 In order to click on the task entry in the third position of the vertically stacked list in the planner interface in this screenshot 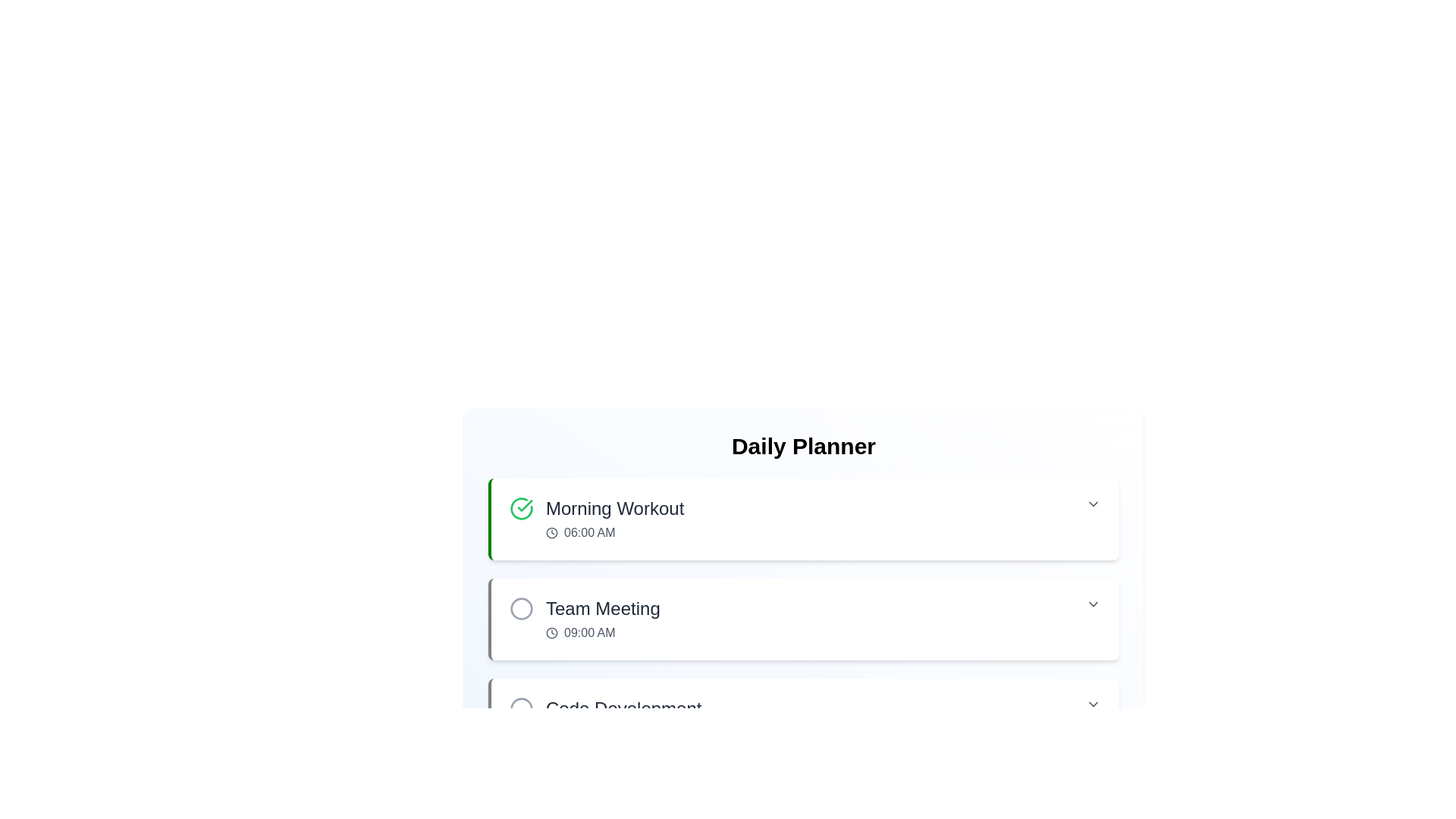, I will do `click(822, 718)`.